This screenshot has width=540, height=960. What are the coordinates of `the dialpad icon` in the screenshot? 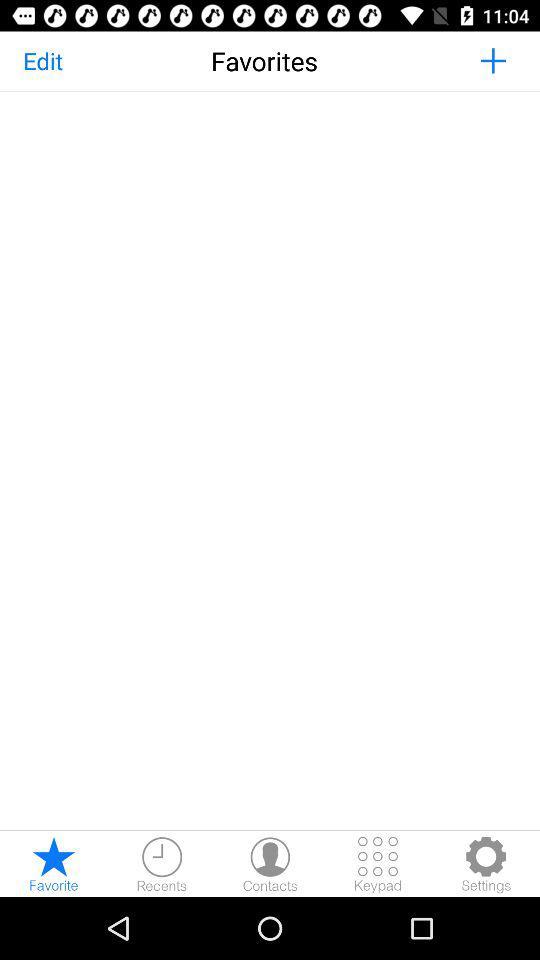 It's located at (378, 863).